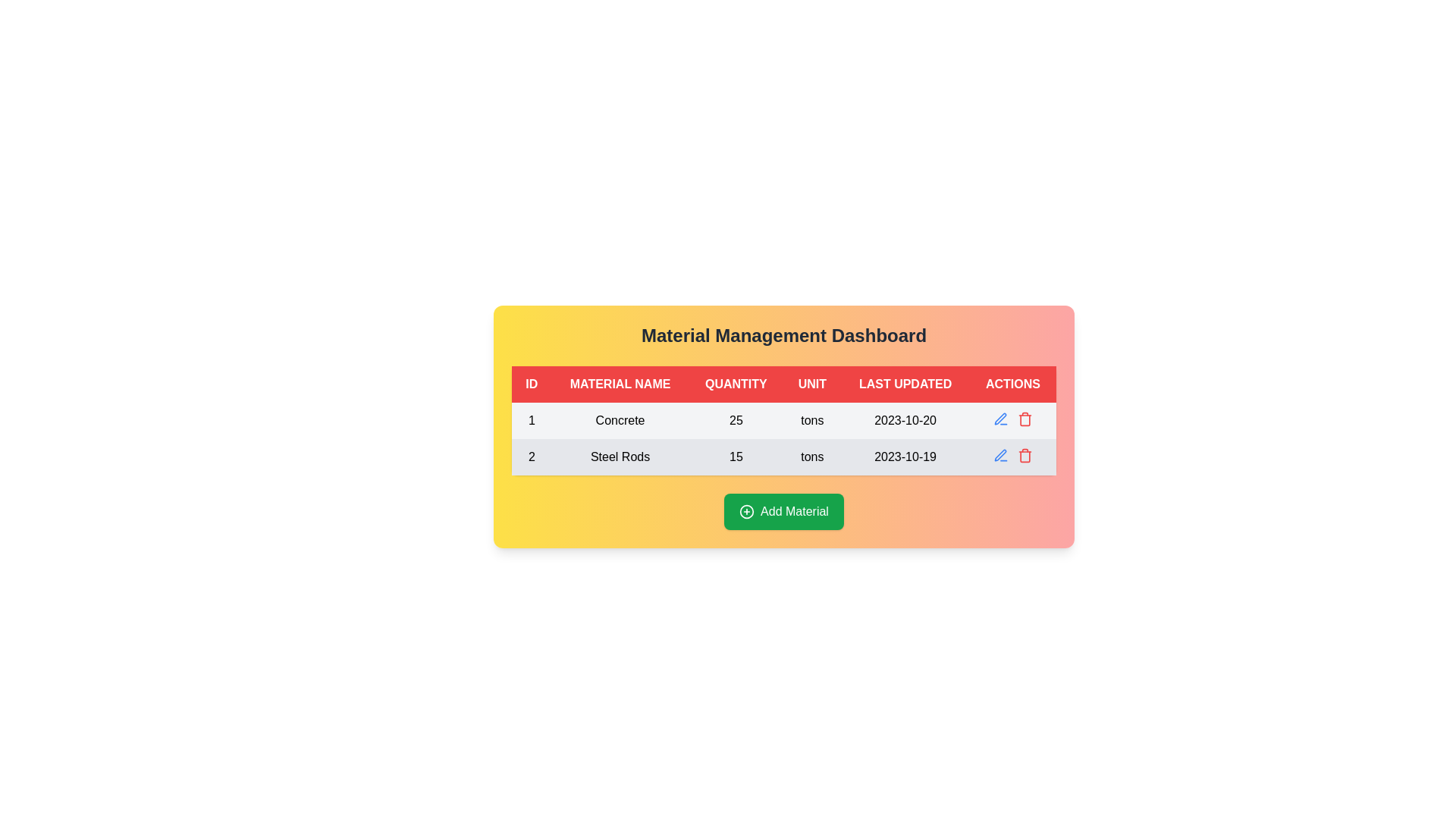 This screenshot has height=819, width=1456. Describe the element at coordinates (1000, 419) in the screenshot. I see `the pen icon button` at that location.